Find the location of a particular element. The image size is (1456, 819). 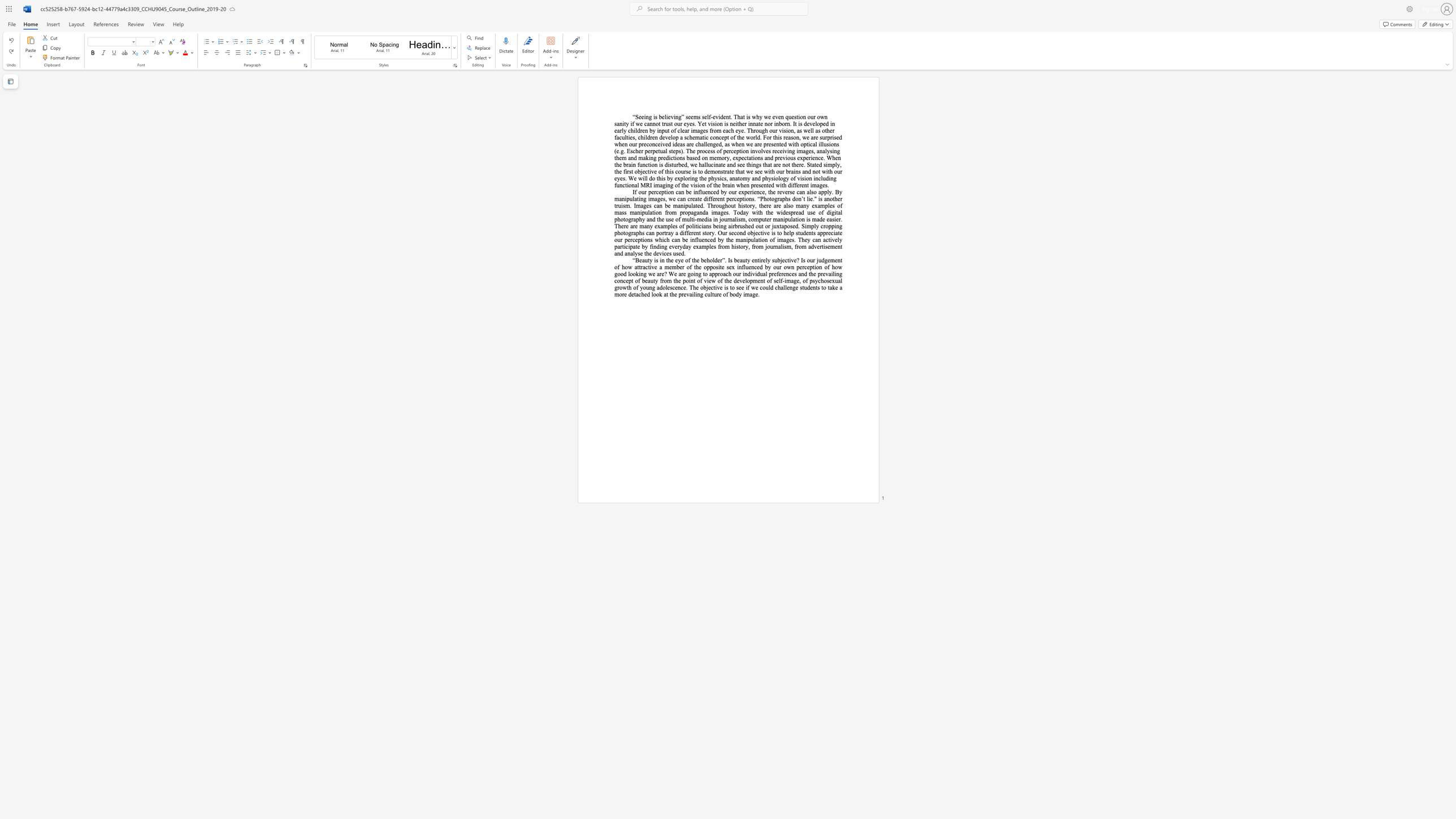

the subset text "eptions. “Photographs don’t lie." within the text "If our perception can be influenced by our experience, the reverse can also apply. By manipulating images, we can create different perceptions. “Photographs don’t lie." is located at coordinates (736, 199).